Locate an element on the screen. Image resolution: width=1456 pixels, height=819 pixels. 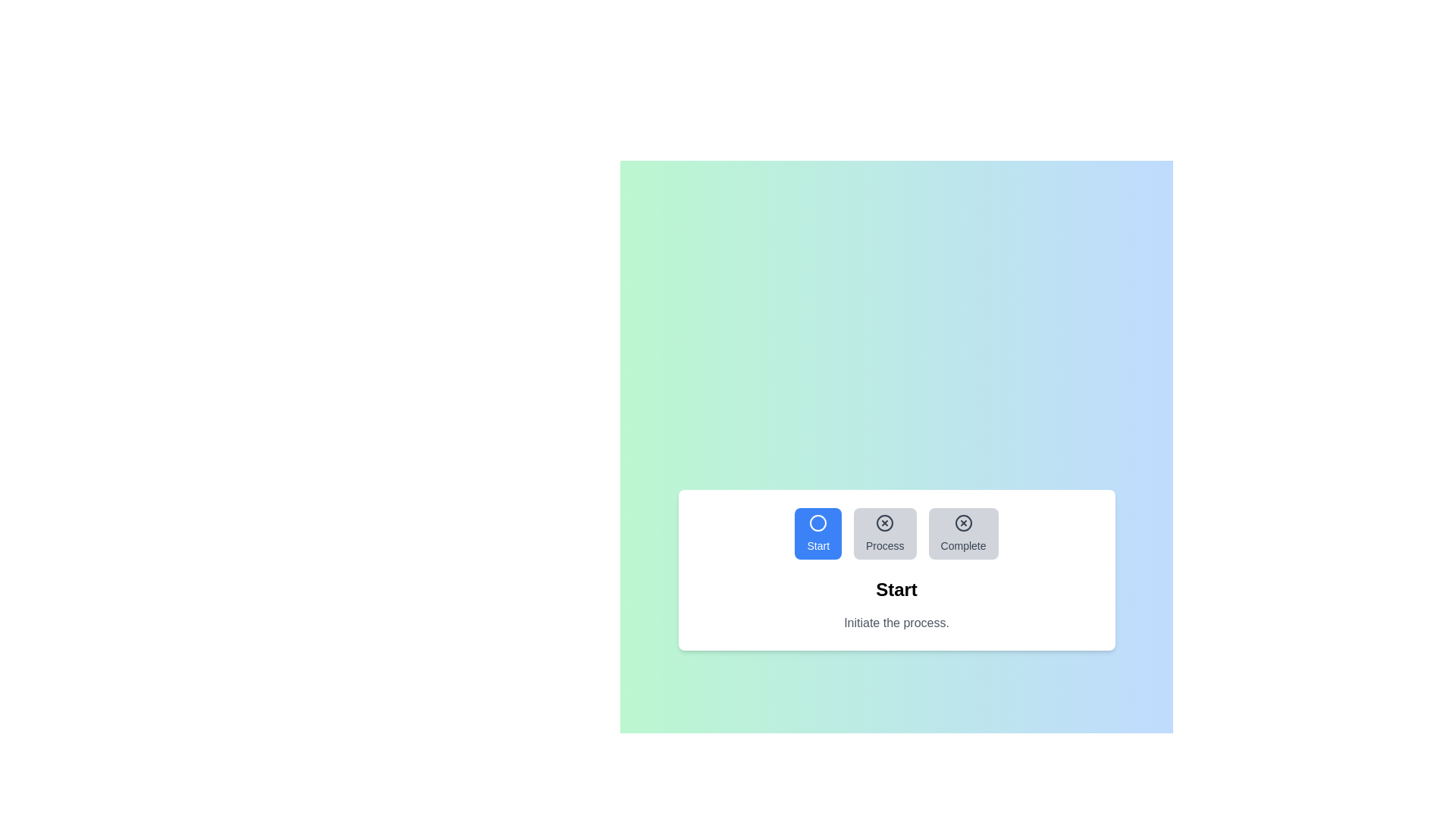
the text label displaying 'Complete', which is part of the third button in a horizontal row of action buttons is located at coordinates (962, 546).